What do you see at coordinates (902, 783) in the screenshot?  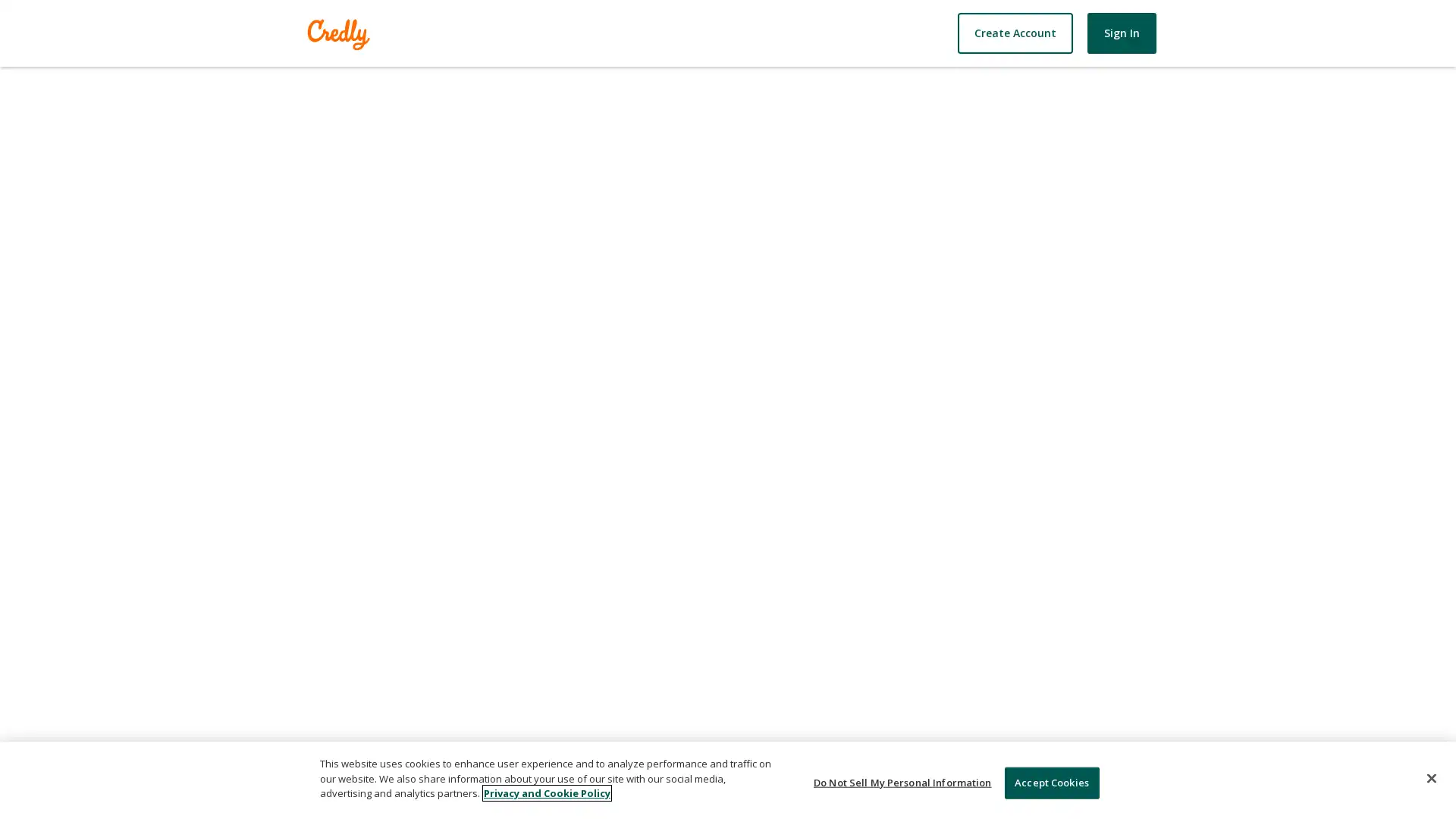 I see `Do Not Sell My Personal Information` at bounding box center [902, 783].